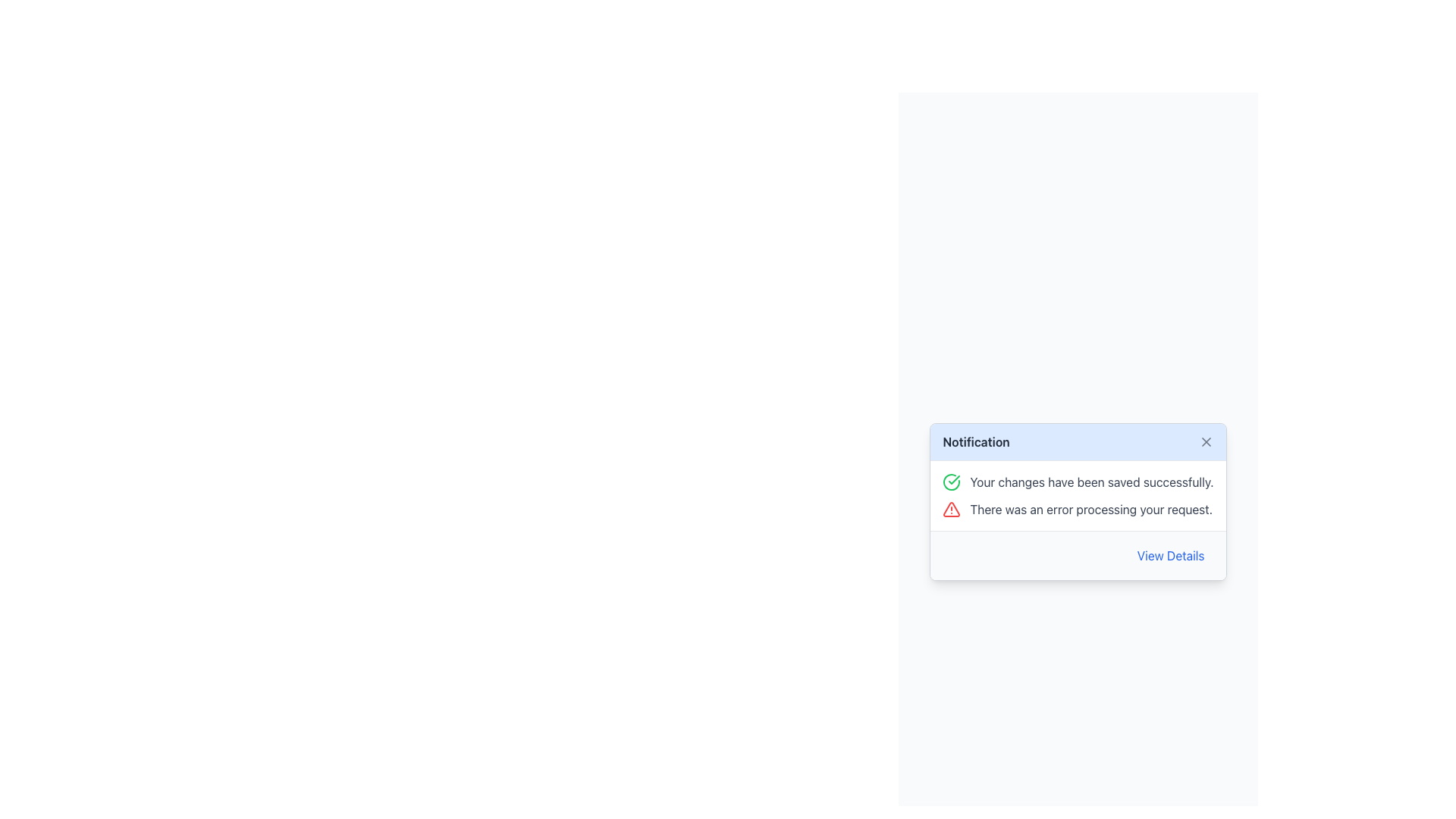 This screenshot has width=1456, height=819. What do you see at coordinates (1205, 441) in the screenshot?
I see `the 'X' shaped icon in the top-right corner of the notification card` at bounding box center [1205, 441].